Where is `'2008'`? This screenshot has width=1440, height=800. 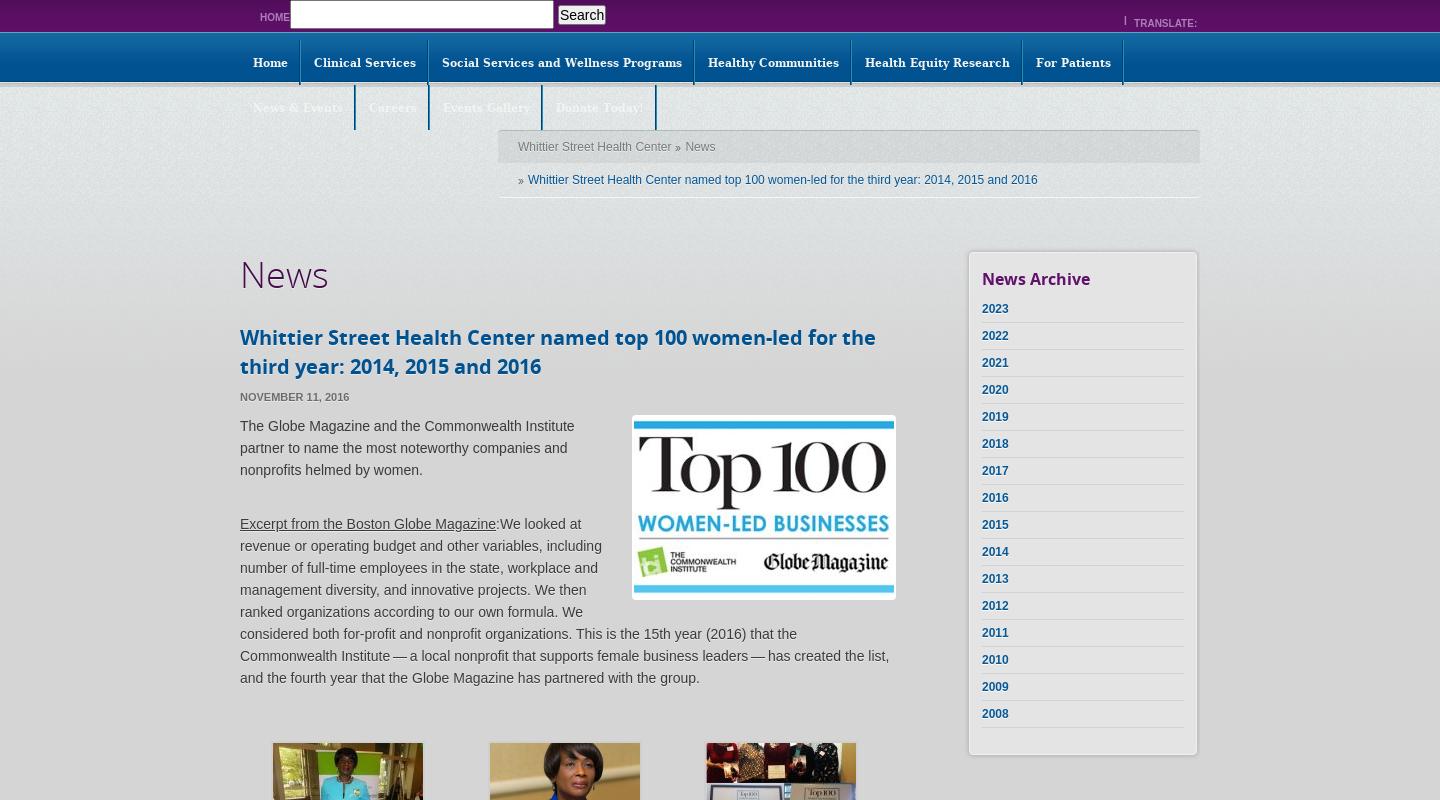
'2008' is located at coordinates (994, 713).